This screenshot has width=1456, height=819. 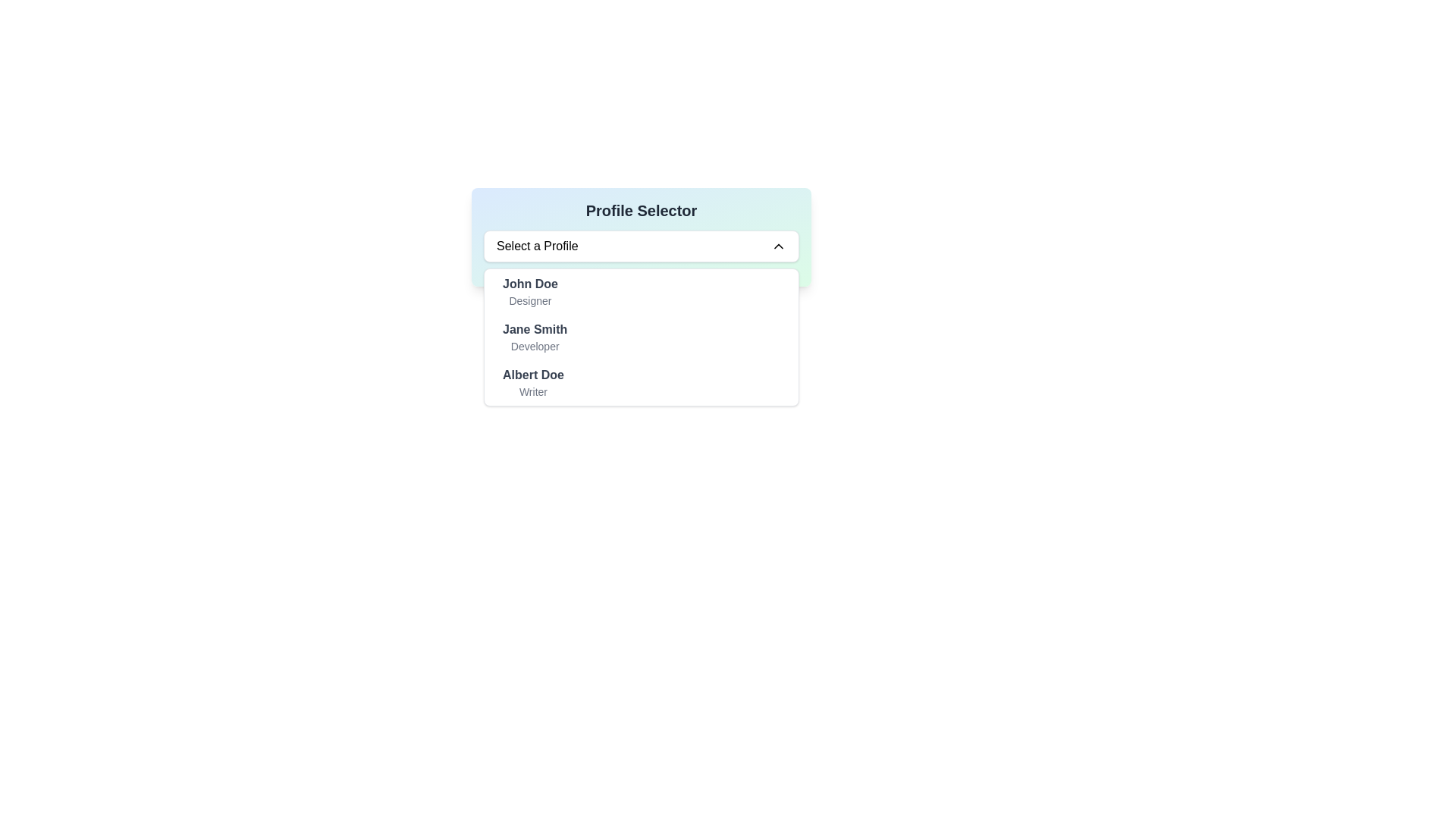 What do you see at coordinates (532, 382) in the screenshot?
I see `the selectable list item displaying the name 'Albert Doe'` at bounding box center [532, 382].